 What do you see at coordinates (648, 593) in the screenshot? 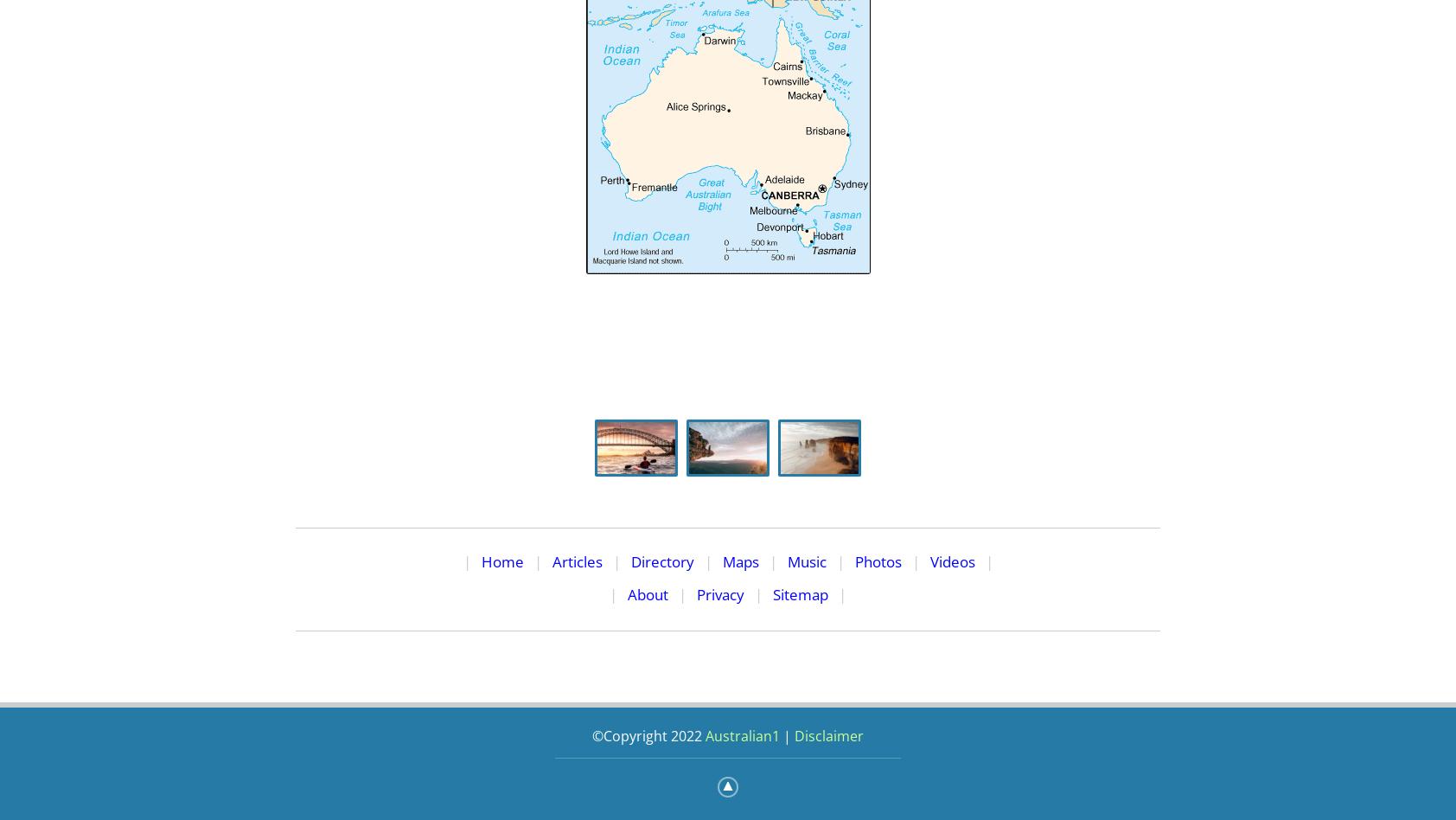
I see `'About'` at bounding box center [648, 593].